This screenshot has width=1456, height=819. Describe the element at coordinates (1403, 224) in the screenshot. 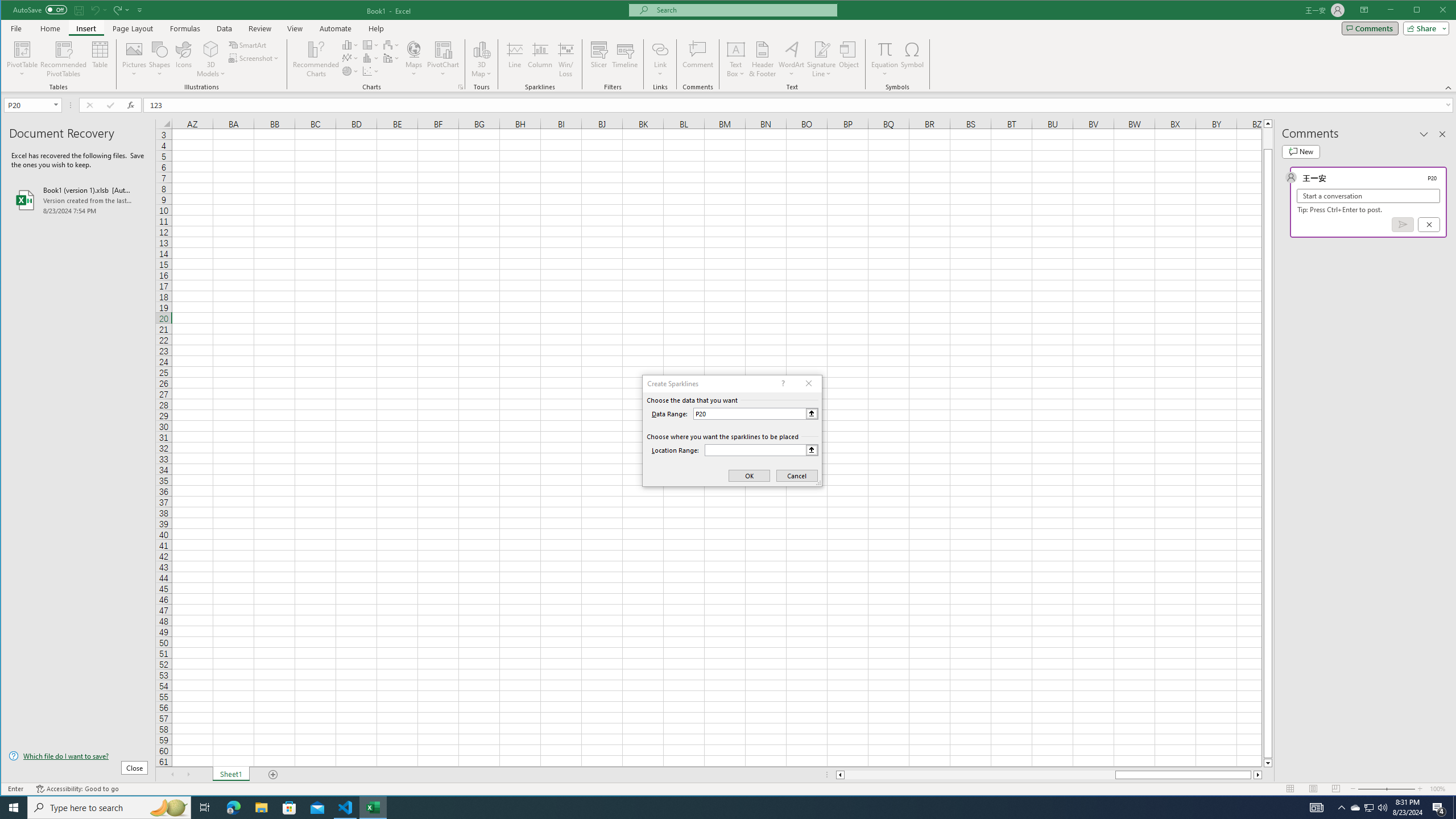

I see `'Post comment (Ctrl + Enter)'` at that location.